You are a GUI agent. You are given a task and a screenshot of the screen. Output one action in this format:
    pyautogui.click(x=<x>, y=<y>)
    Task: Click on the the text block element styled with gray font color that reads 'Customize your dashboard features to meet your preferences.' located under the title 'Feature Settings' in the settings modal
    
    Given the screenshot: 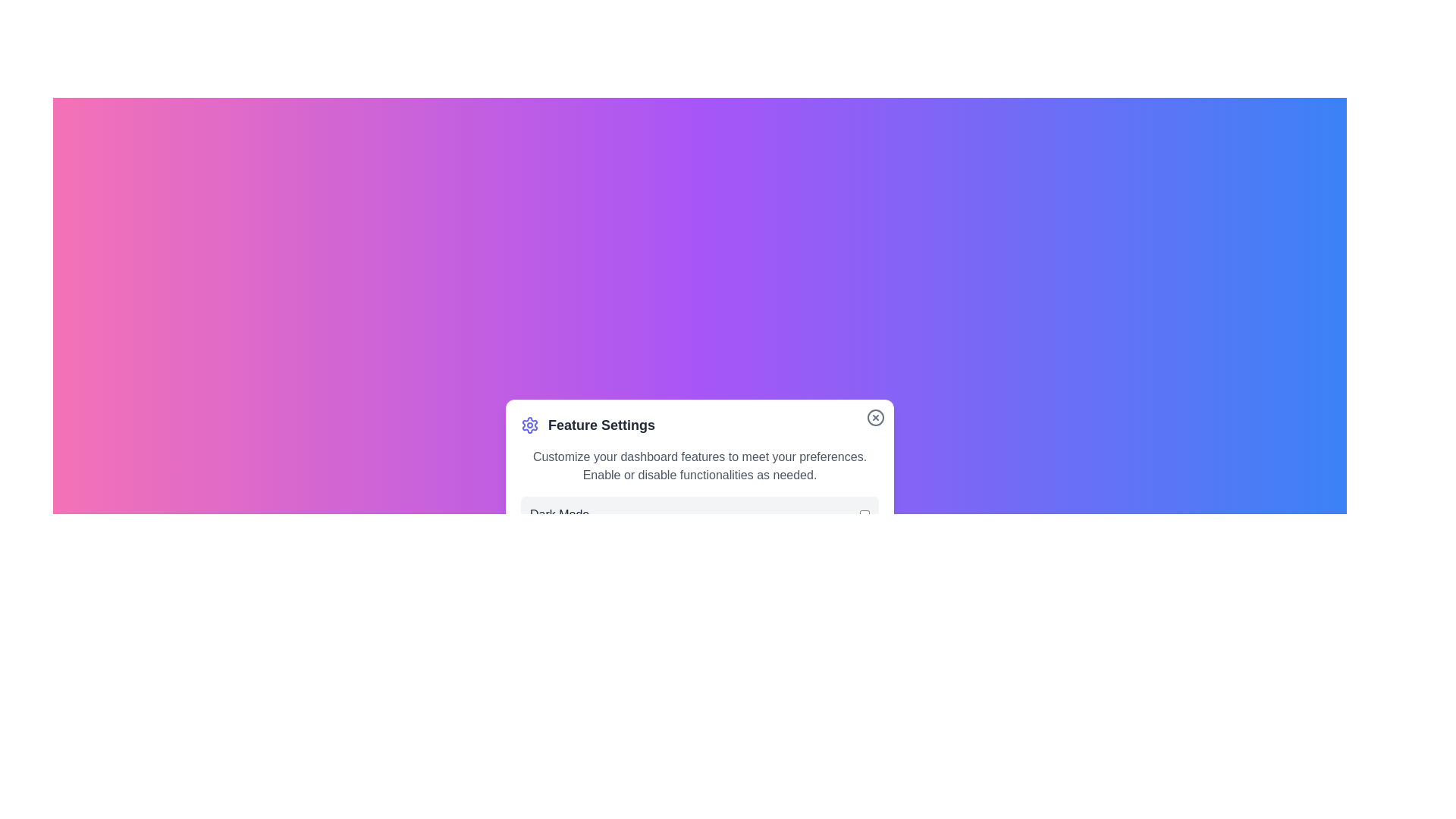 What is the action you would take?
    pyautogui.click(x=698, y=465)
    